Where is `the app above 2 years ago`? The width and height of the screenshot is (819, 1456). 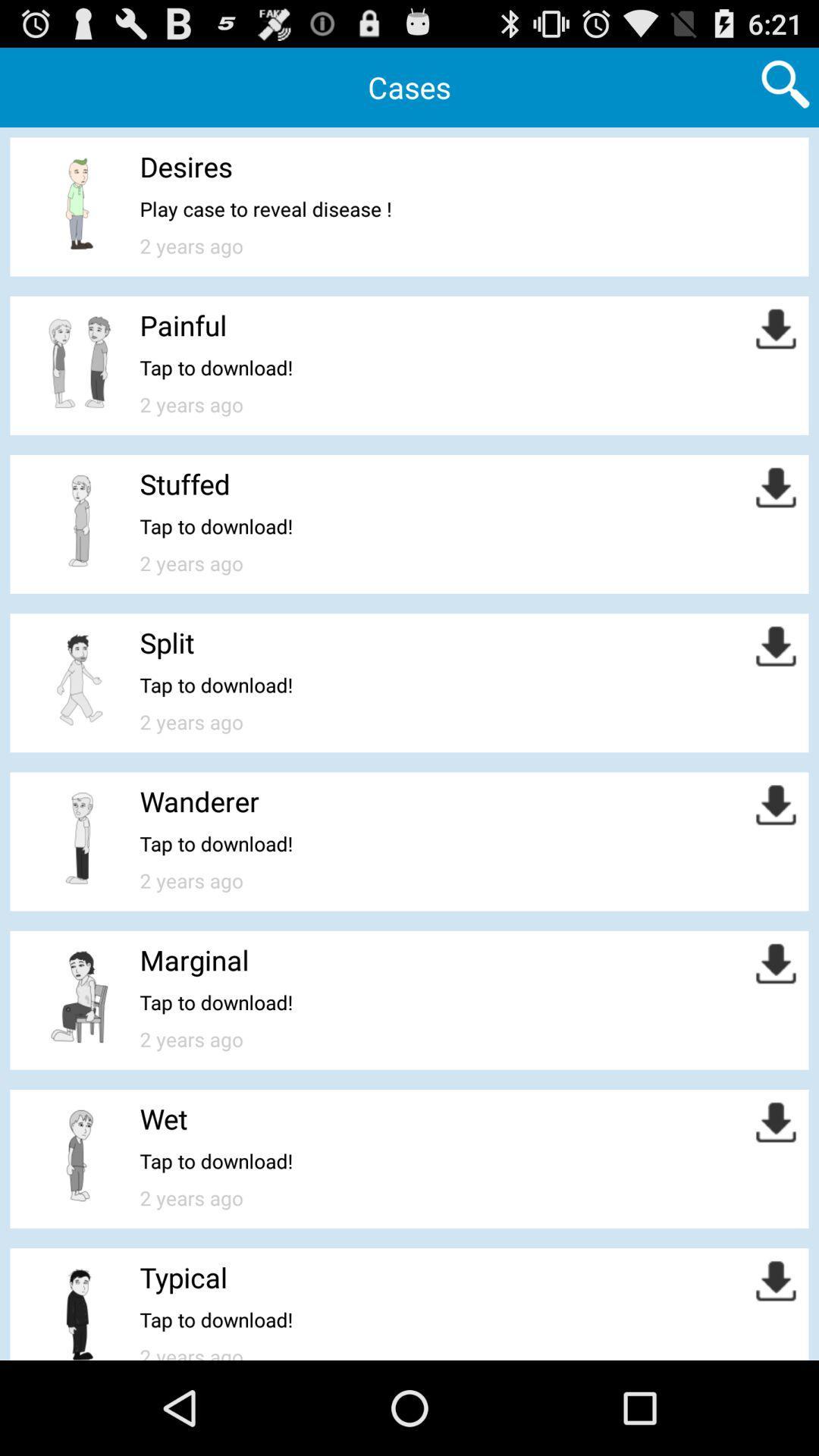
the app above 2 years ago is located at coordinates (265, 208).